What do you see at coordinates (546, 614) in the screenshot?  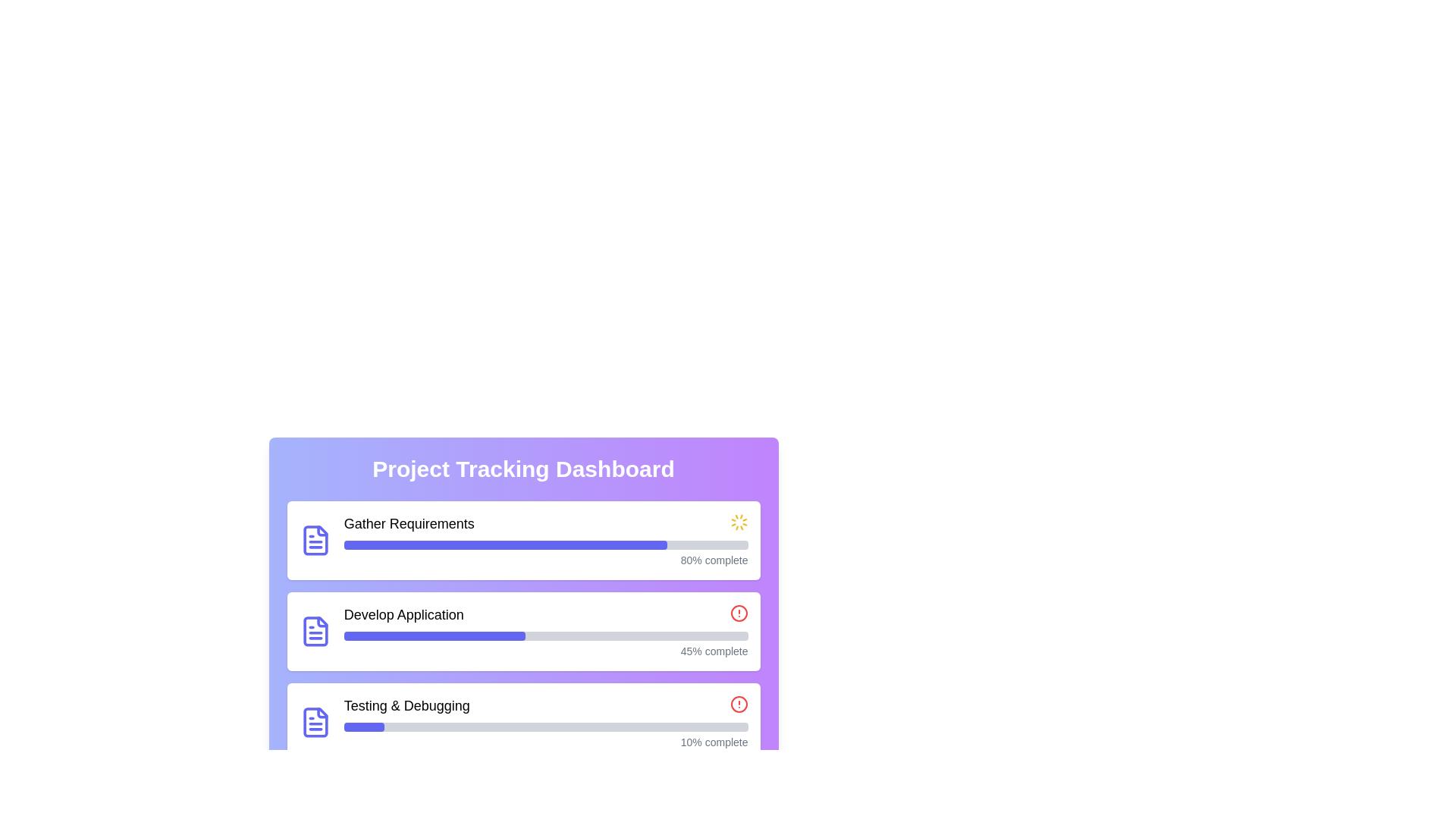 I see `the 'Develop Application' task indicator` at bounding box center [546, 614].